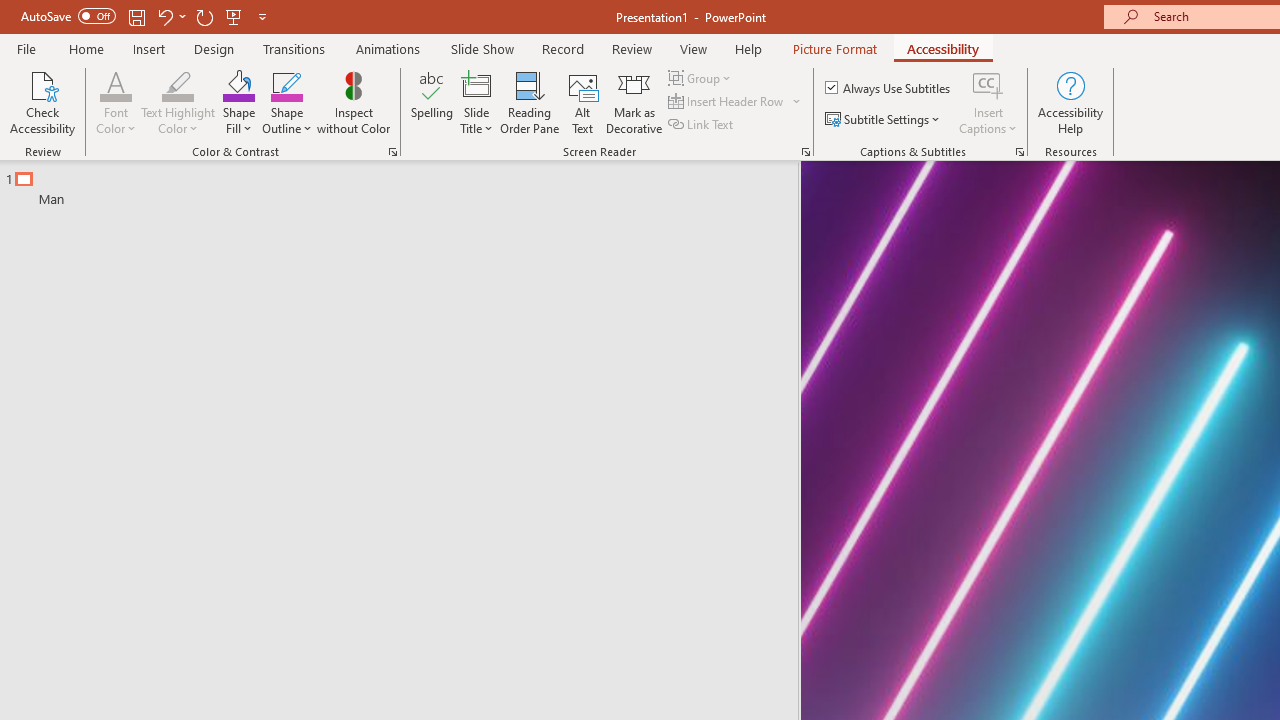 This screenshot has height=720, width=1280. I want to click on 'Picture Format', so click(835, 48).